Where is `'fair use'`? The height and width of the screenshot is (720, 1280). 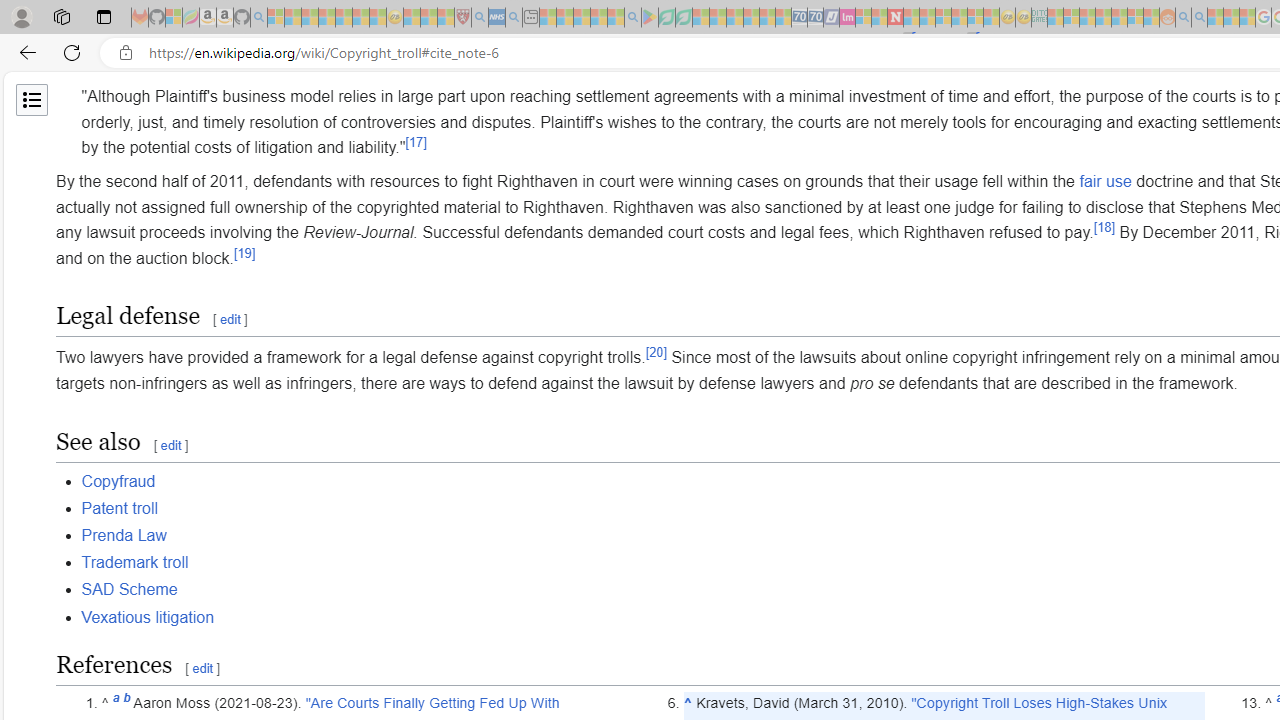
'fair use' is located at coordinates (1104, 181).